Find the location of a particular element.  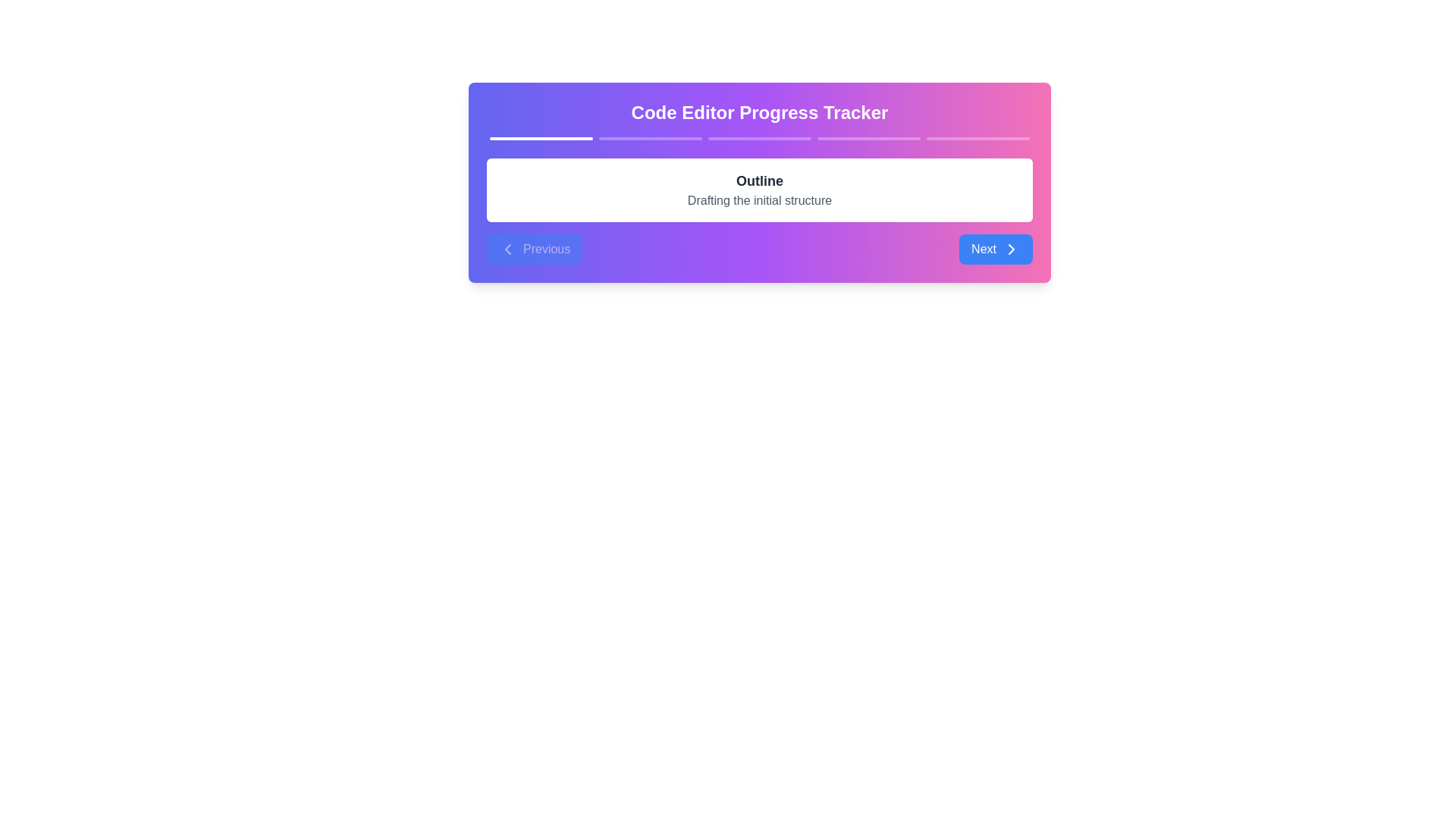

the chevron icon located inside the 'Next' button, which serves as a visual cue for navigation is located at coordinates (1012, 248).